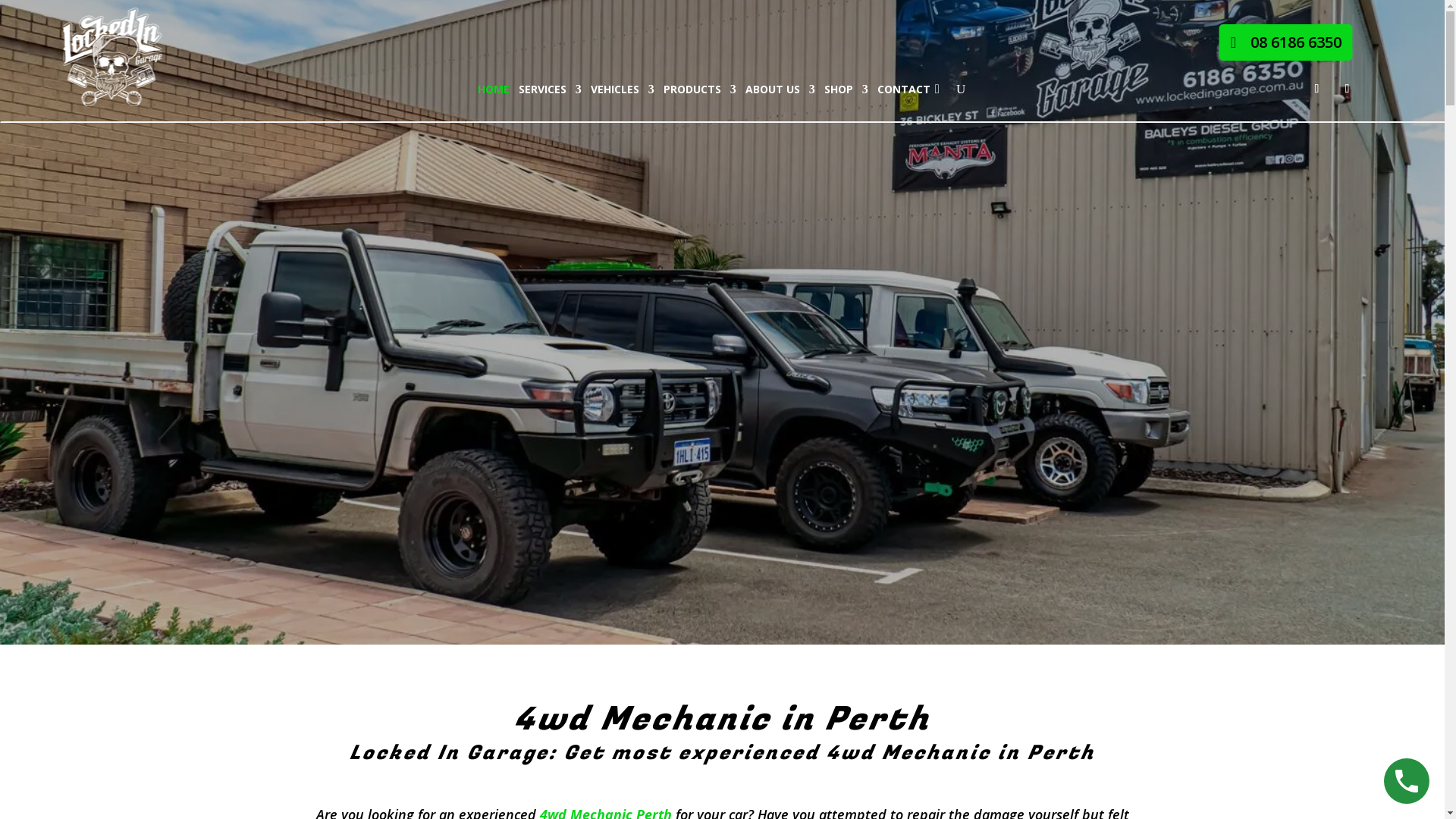 Image resolution: width=1456 pixels, height=819 pixels. What do you see at coordinates (698, 89) in the screenshot?
I see `'PRODUCTS'` at bounding box center [698, 89].